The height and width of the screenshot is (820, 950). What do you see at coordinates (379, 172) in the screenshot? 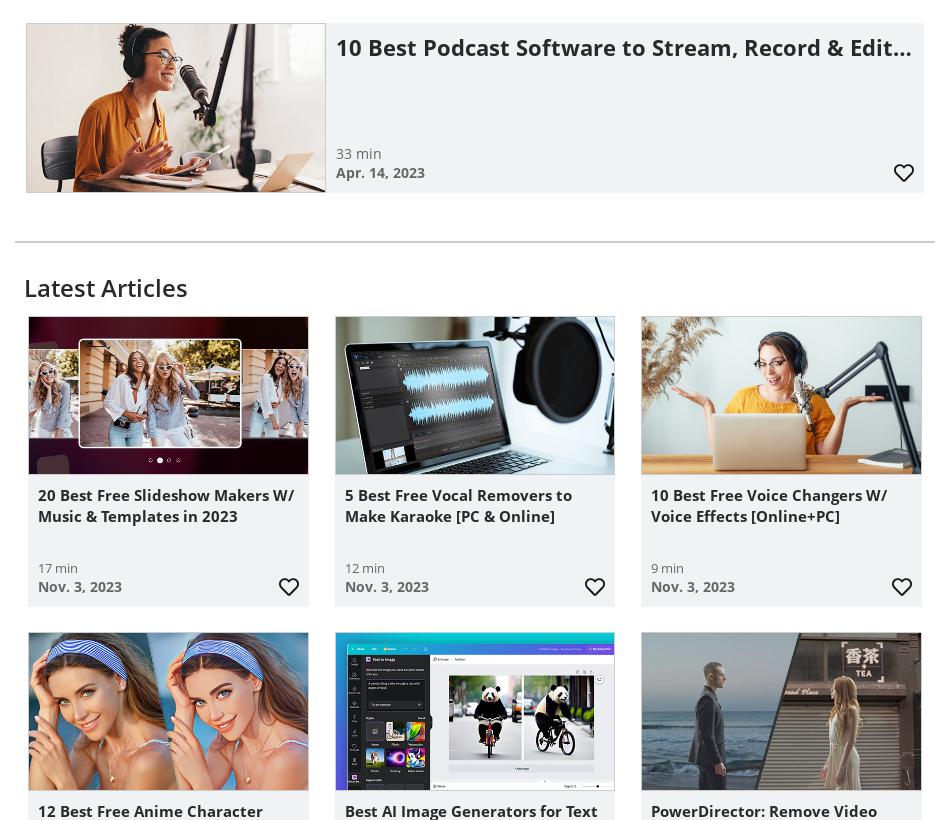
I see `'Apr. 14, 2023'` at bounding box center [379, 172].